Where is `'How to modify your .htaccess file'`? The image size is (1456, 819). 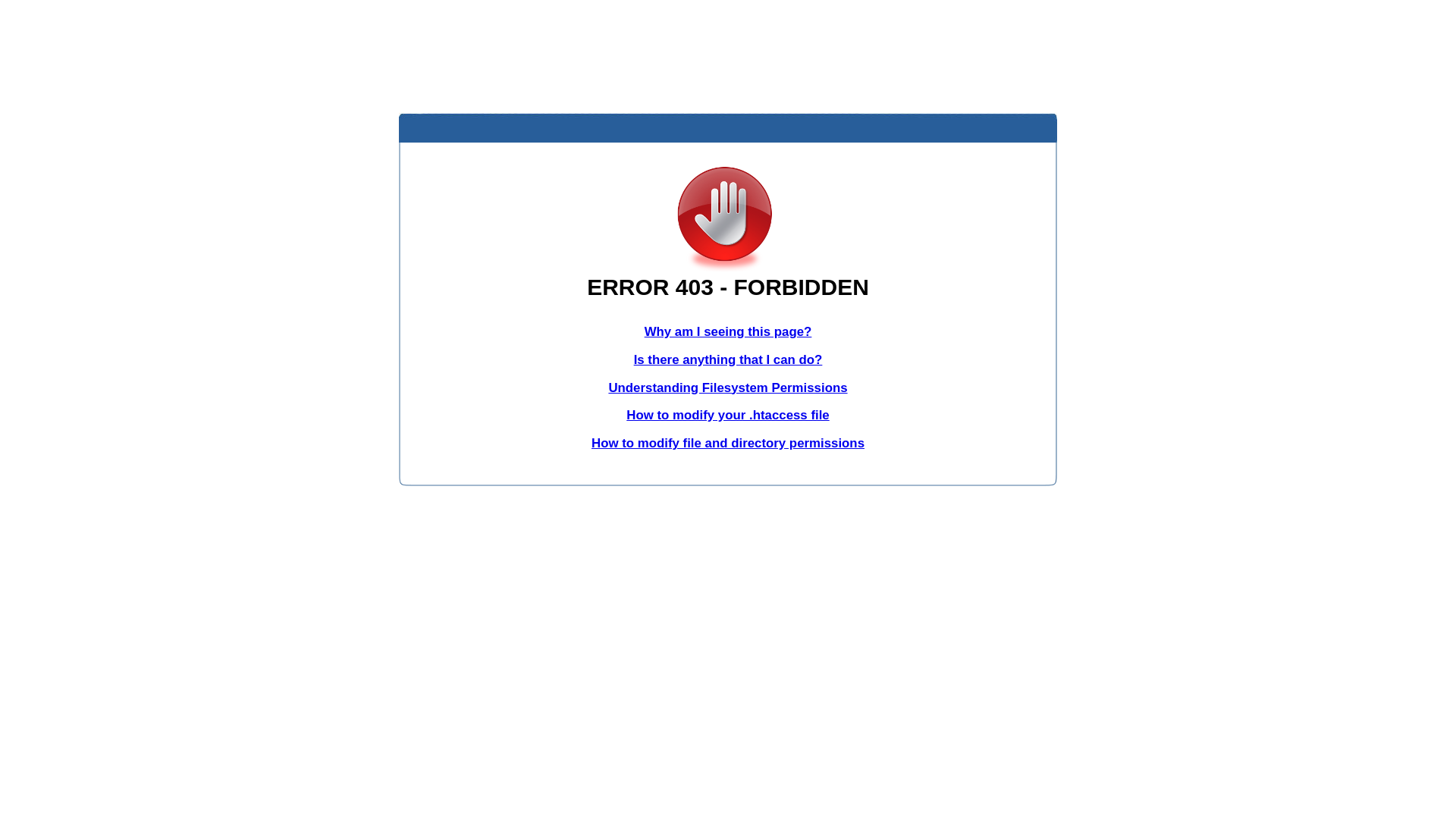
'How to modify your .htaccess file' is located at coordinates (626, 415).